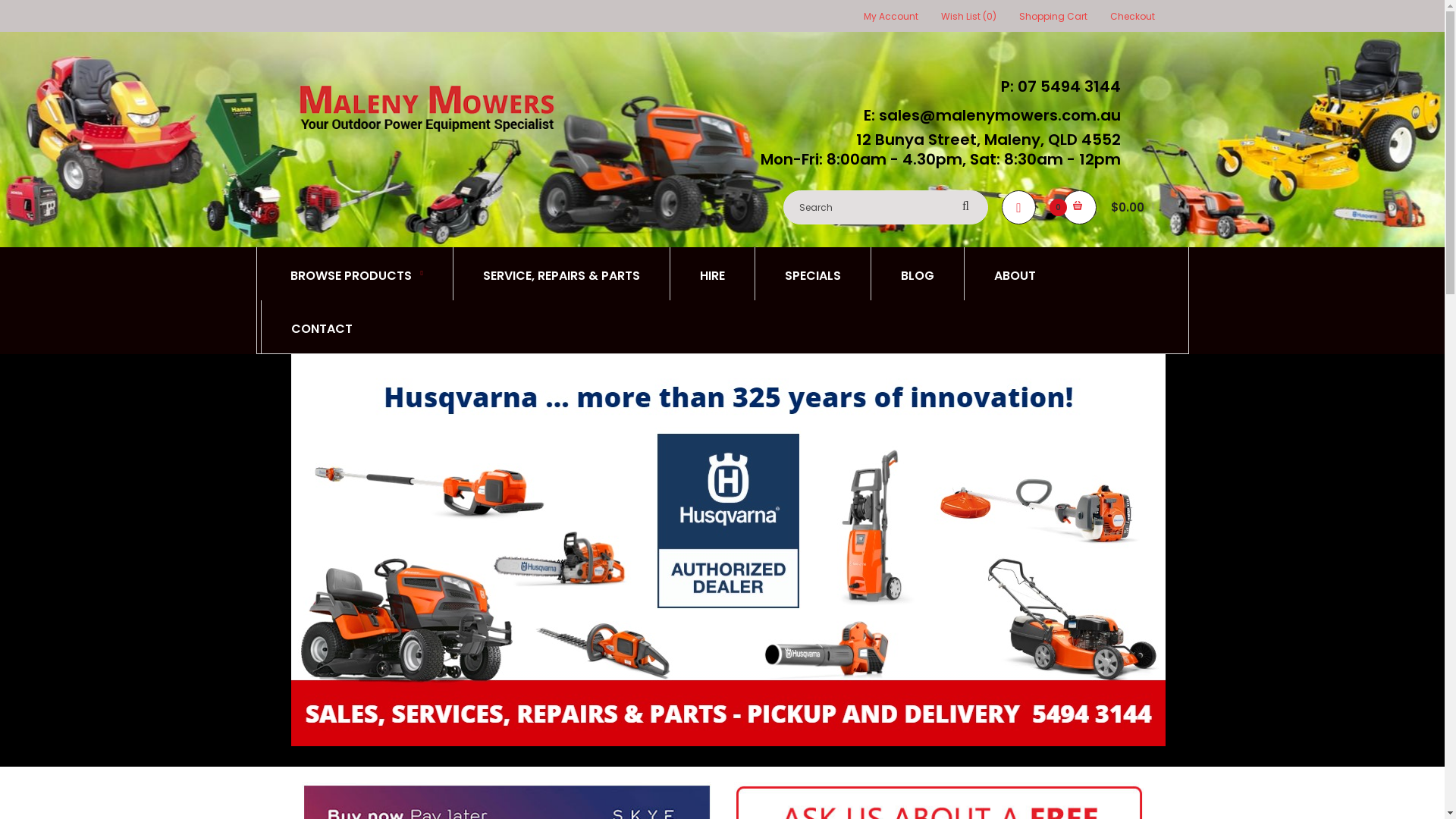  I want to click on 'CONTACT', so click(320, 326).